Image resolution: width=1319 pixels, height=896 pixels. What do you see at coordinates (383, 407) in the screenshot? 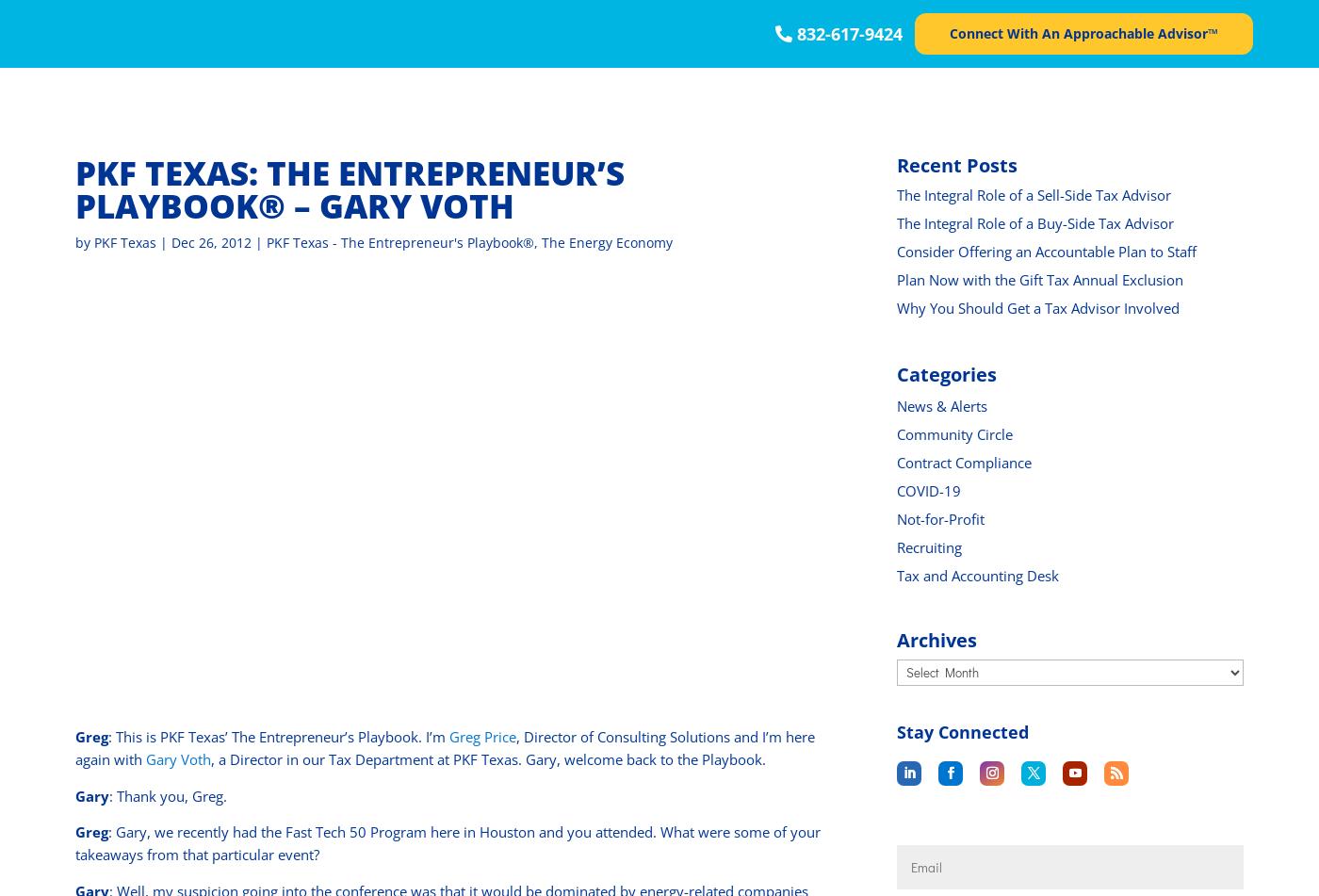
I see `'Hospitality'` at bounding box center [383, 407].